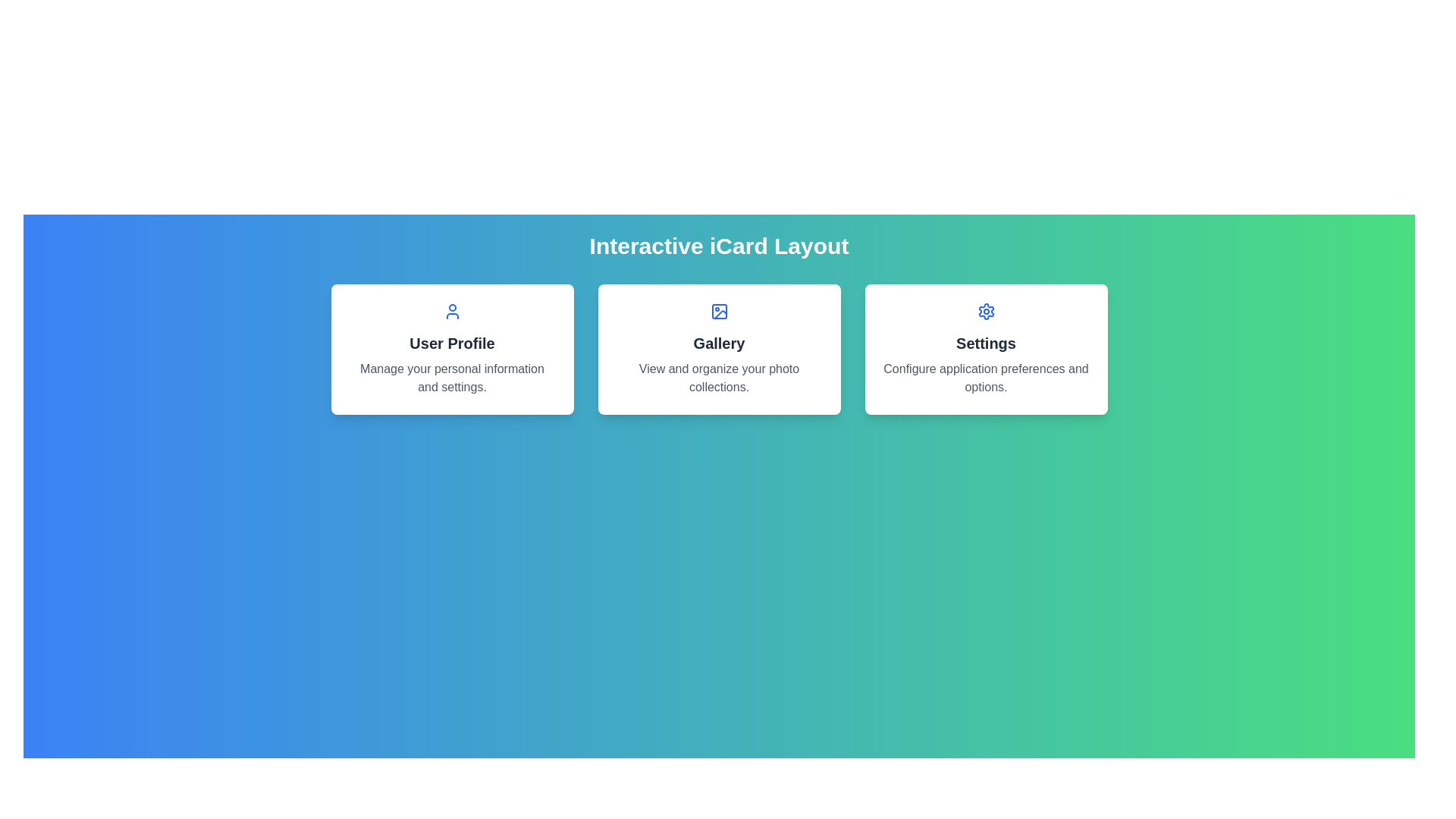 This screenshot has height=819, width=1456. Describe the element at coordinates (718, 343) in the screenshot. I see `text of the 'Gallery' label, which is a bold, large font text styled in dark gray, prominently positioned in the middle part of the card` at that location.